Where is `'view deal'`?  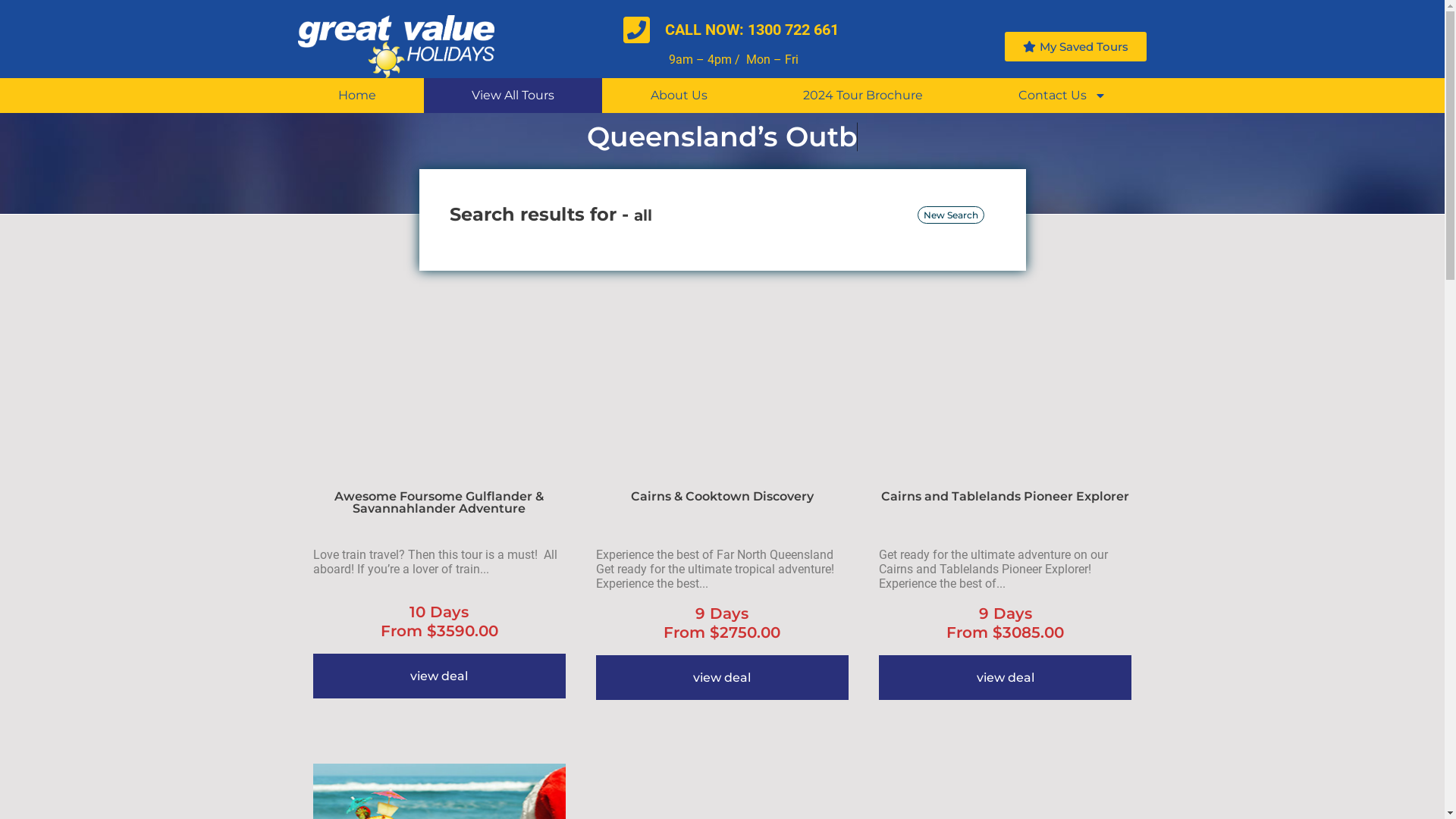
'view deal' is located at coordinates (438, 675).